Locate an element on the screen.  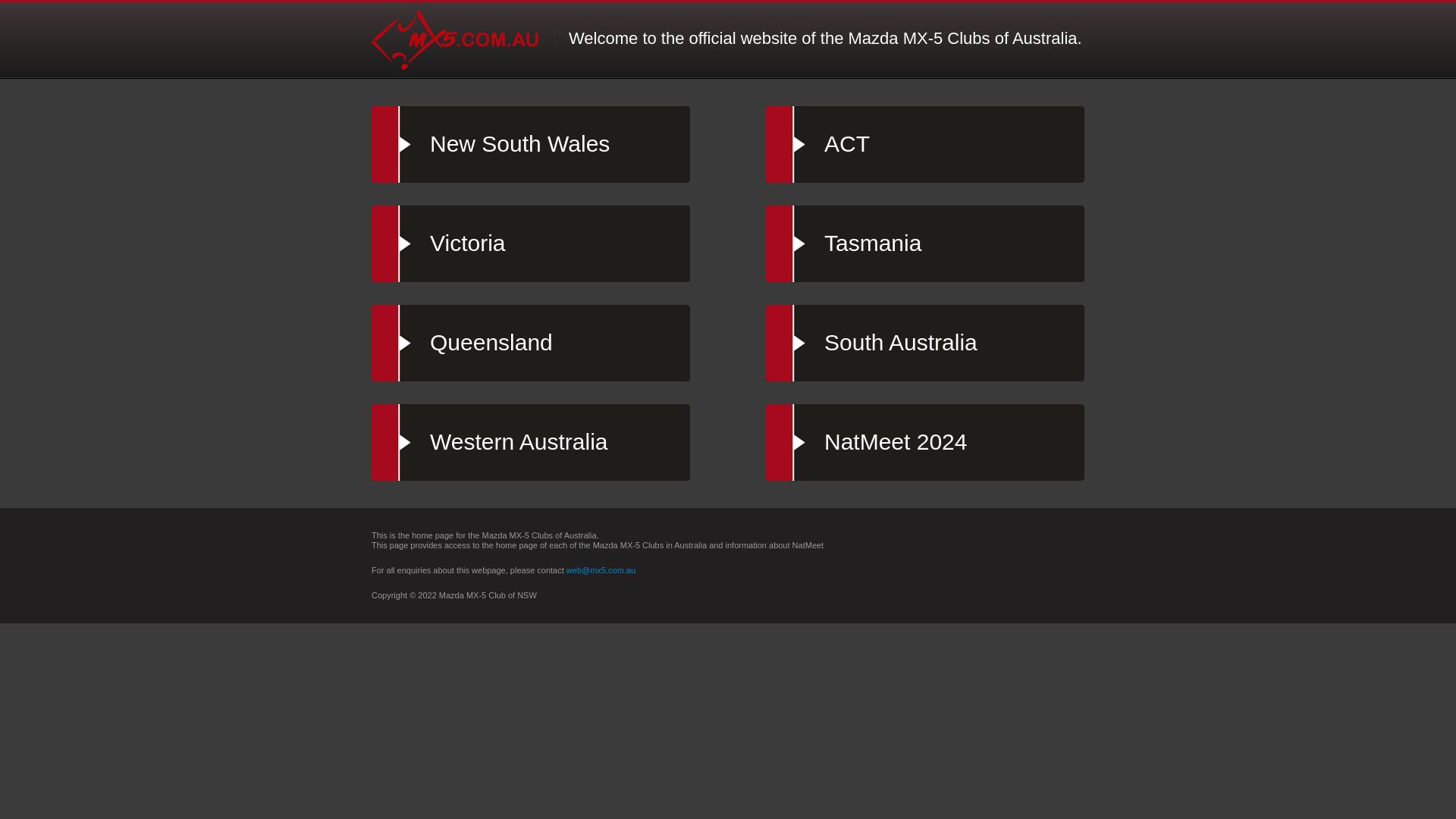
'Western Australia' is located at coordinates (531, 442).